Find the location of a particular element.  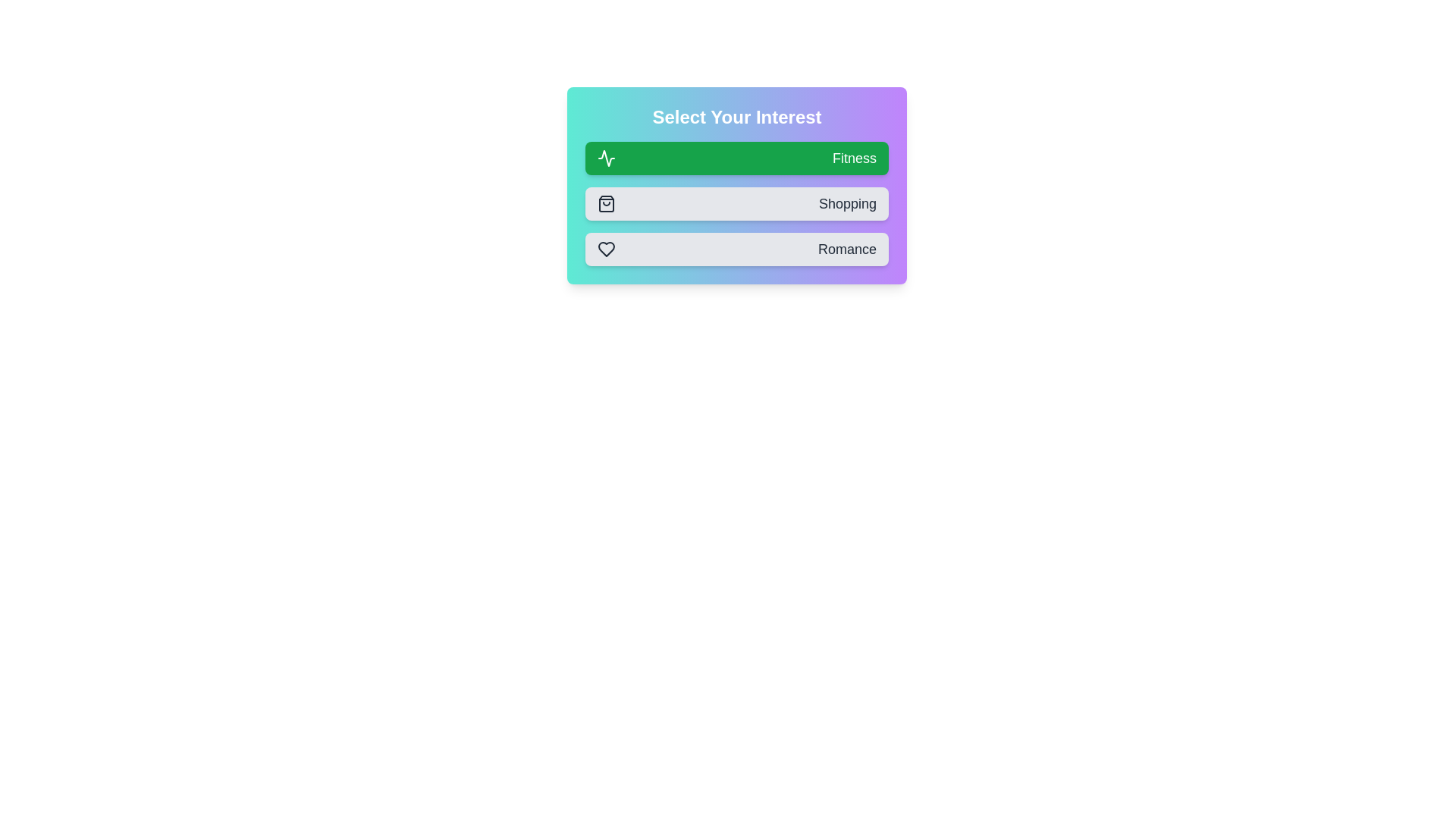

the Romance button to observe its hover effect is located at coordinates (736, 248).